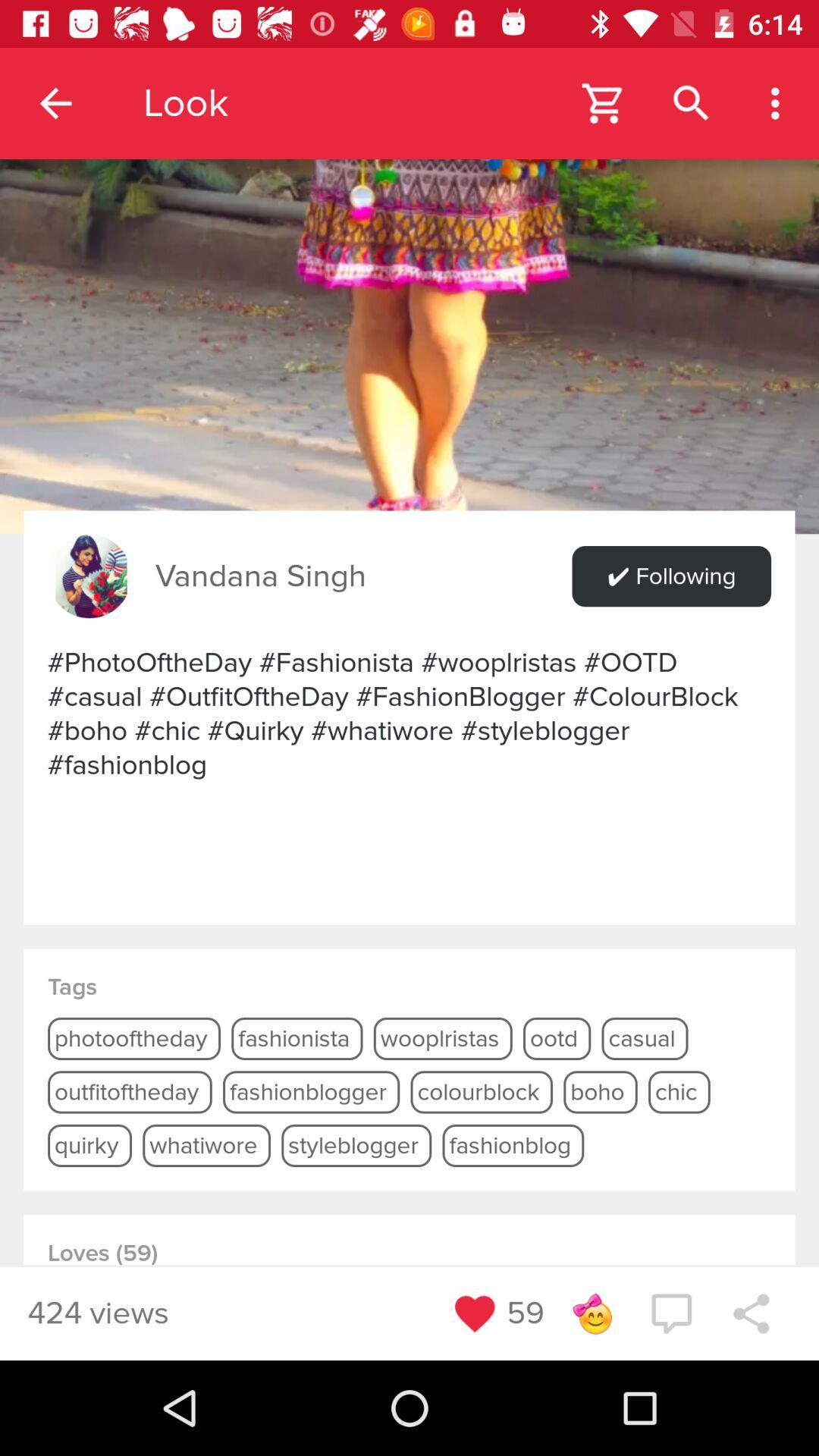 The image size is (819, 1456). Describe the element at coordinates (55, 102) in the screenshot. I see `the item to the left of the look app` at that location.